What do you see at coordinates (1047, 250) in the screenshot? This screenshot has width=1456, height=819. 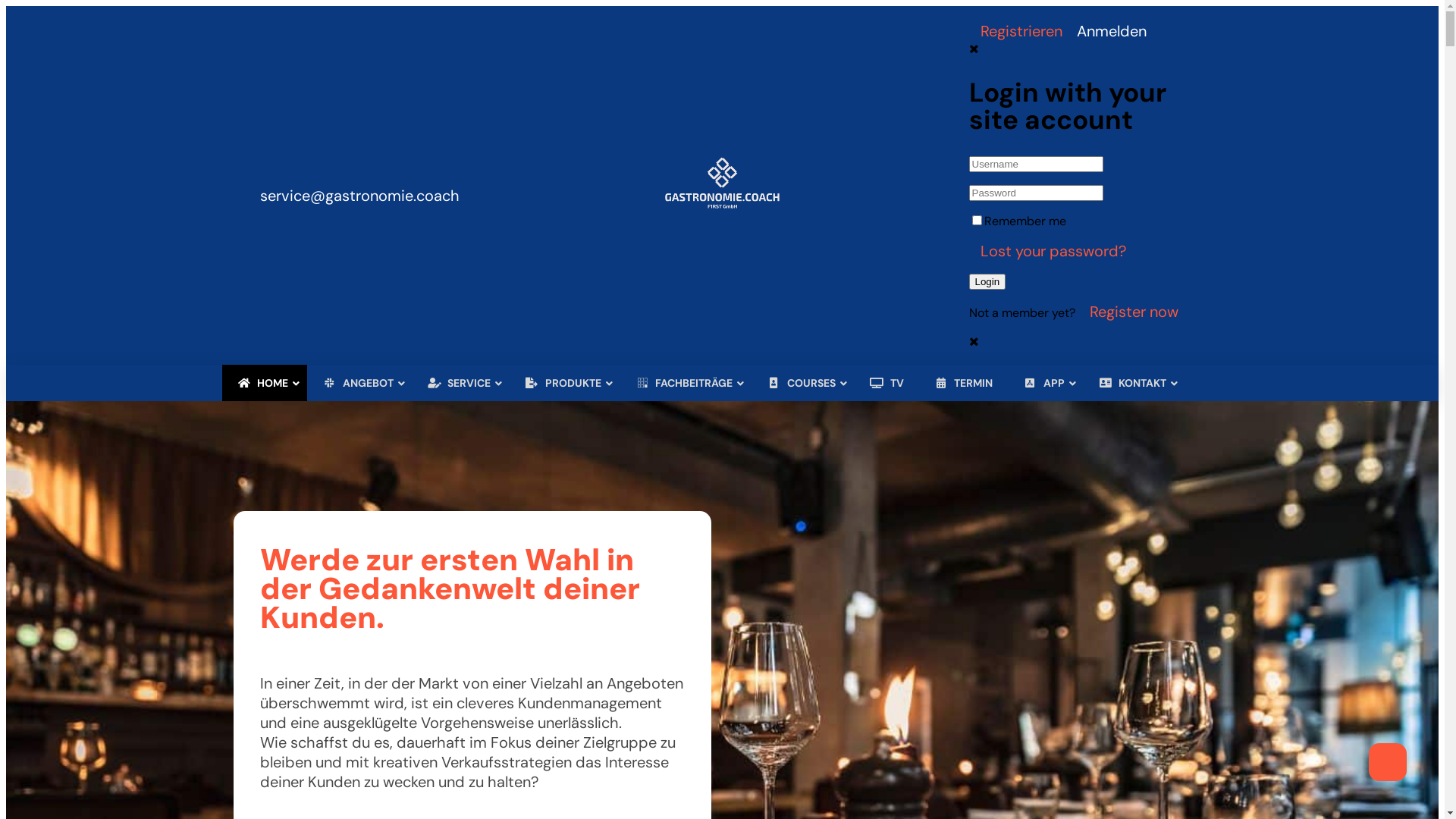 I see `'Lost your password?'` at bounding box center [1047, 250].